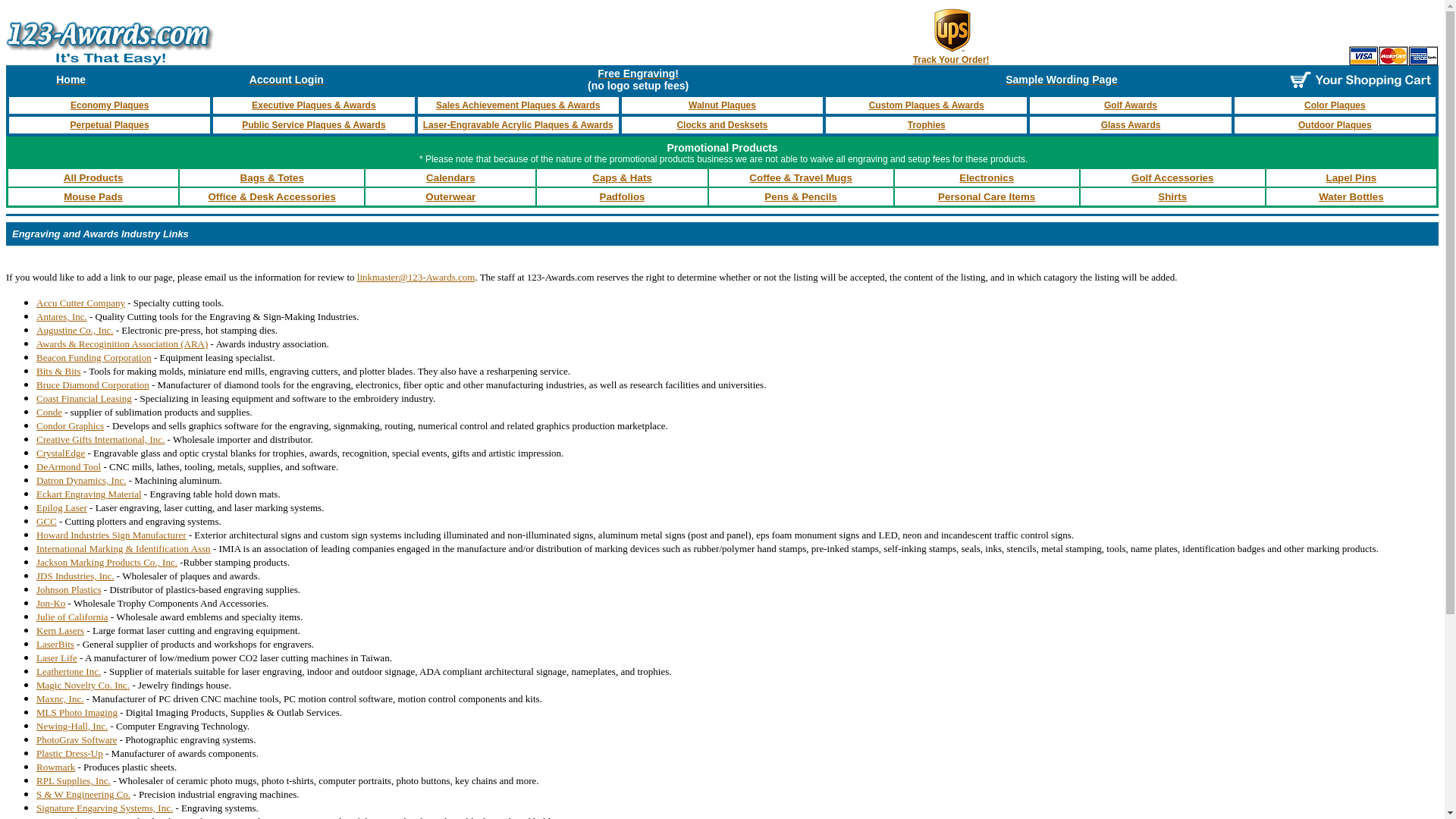 Image resolution: width=1456 pixels, height=819 pixels. What do you see at coordinates (950, 58) in the screenshot?
I see `'Track Your Order!'` at bounding box center [950, 58].